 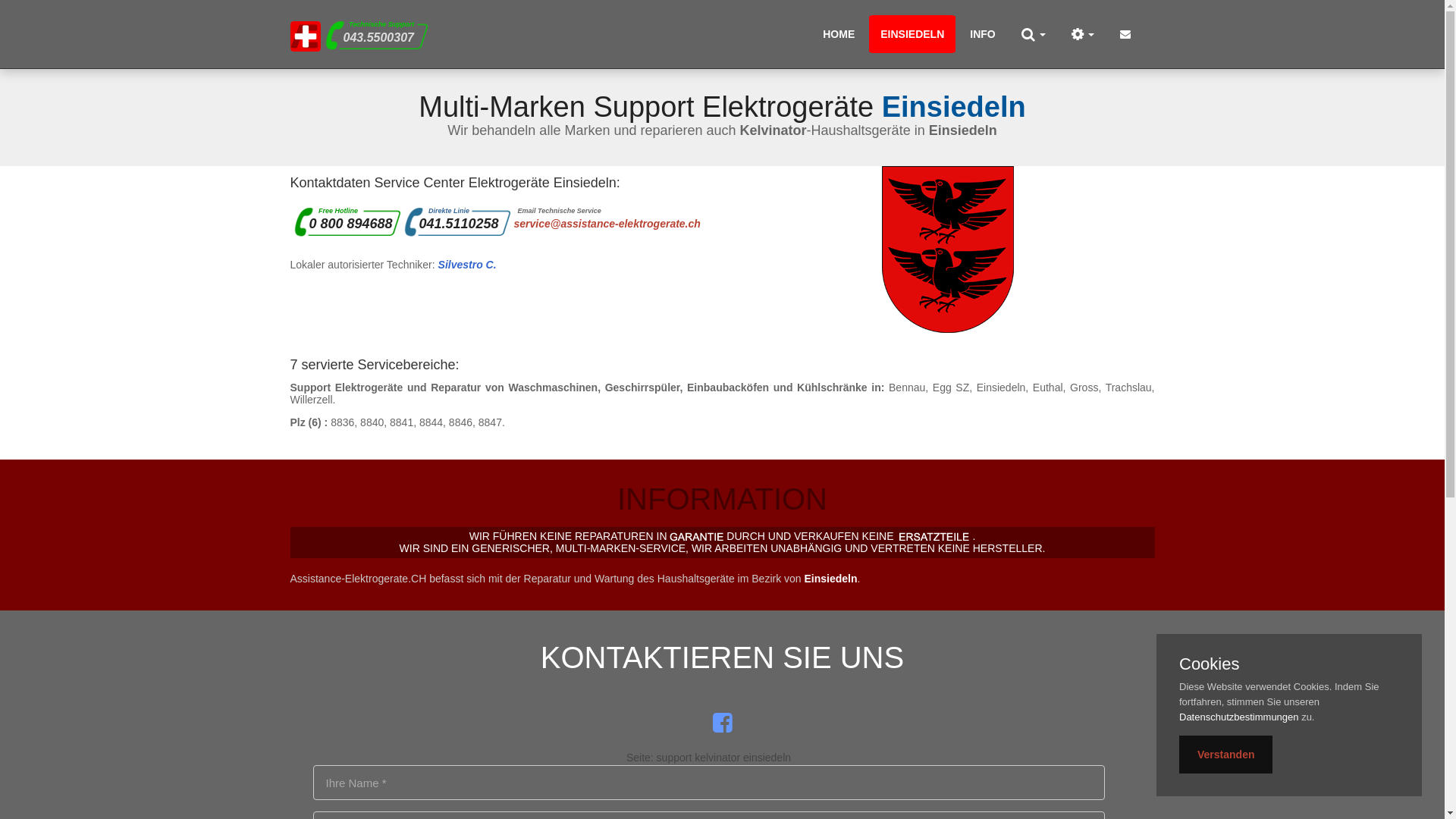 What do you see at coordinates (1225, 755) in the screenshot?
I see `'Verstanden'` at bounding box center [1225, 755].